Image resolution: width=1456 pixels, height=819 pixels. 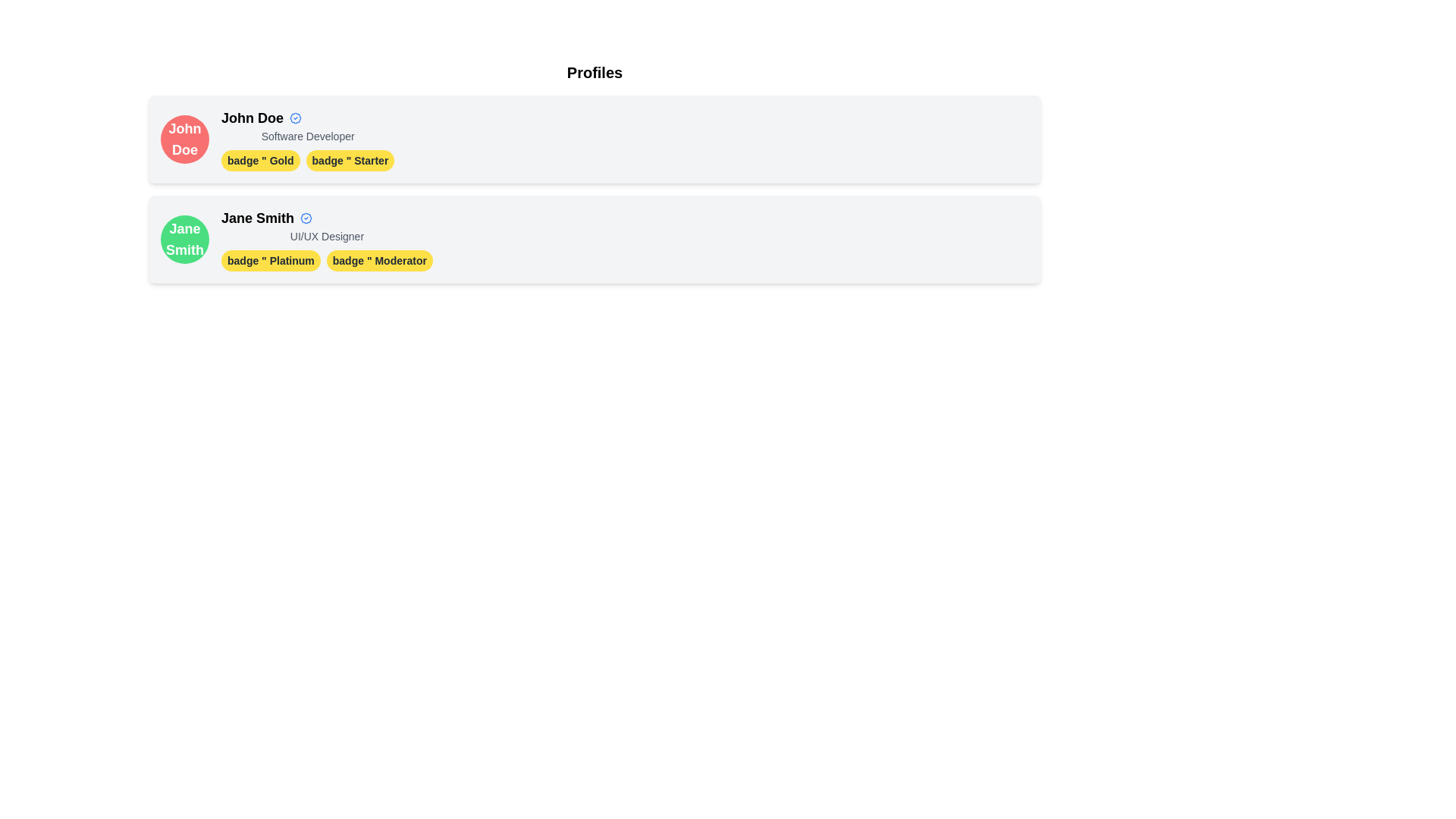 What do you see at coordinates (379, 259) in the screenshot?
I see `the second badge from the left in the horizontal array located in the bottom profile section below 'Jane Smith' to interact with related functionality or view more info` at bounding box center [379, 259].